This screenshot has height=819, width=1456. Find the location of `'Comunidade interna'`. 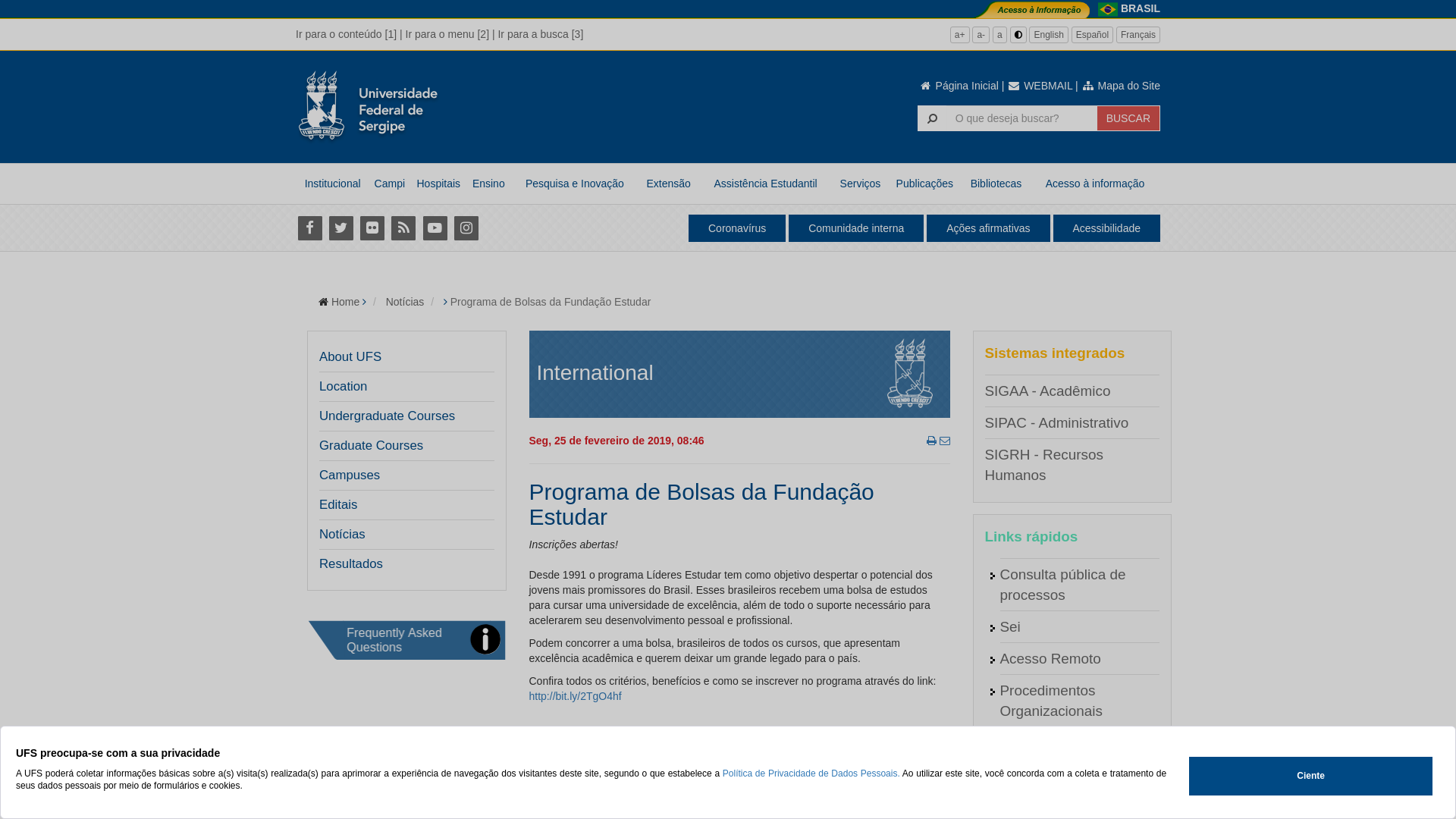

'Comunidade interna' is located at coordinates (855, 227).